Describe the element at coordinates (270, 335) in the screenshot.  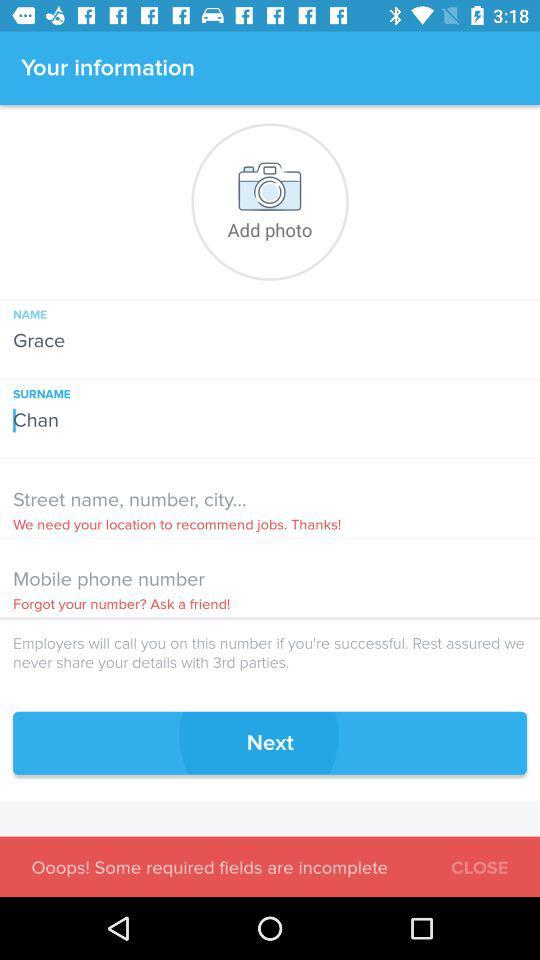
I see `grace` at that location.